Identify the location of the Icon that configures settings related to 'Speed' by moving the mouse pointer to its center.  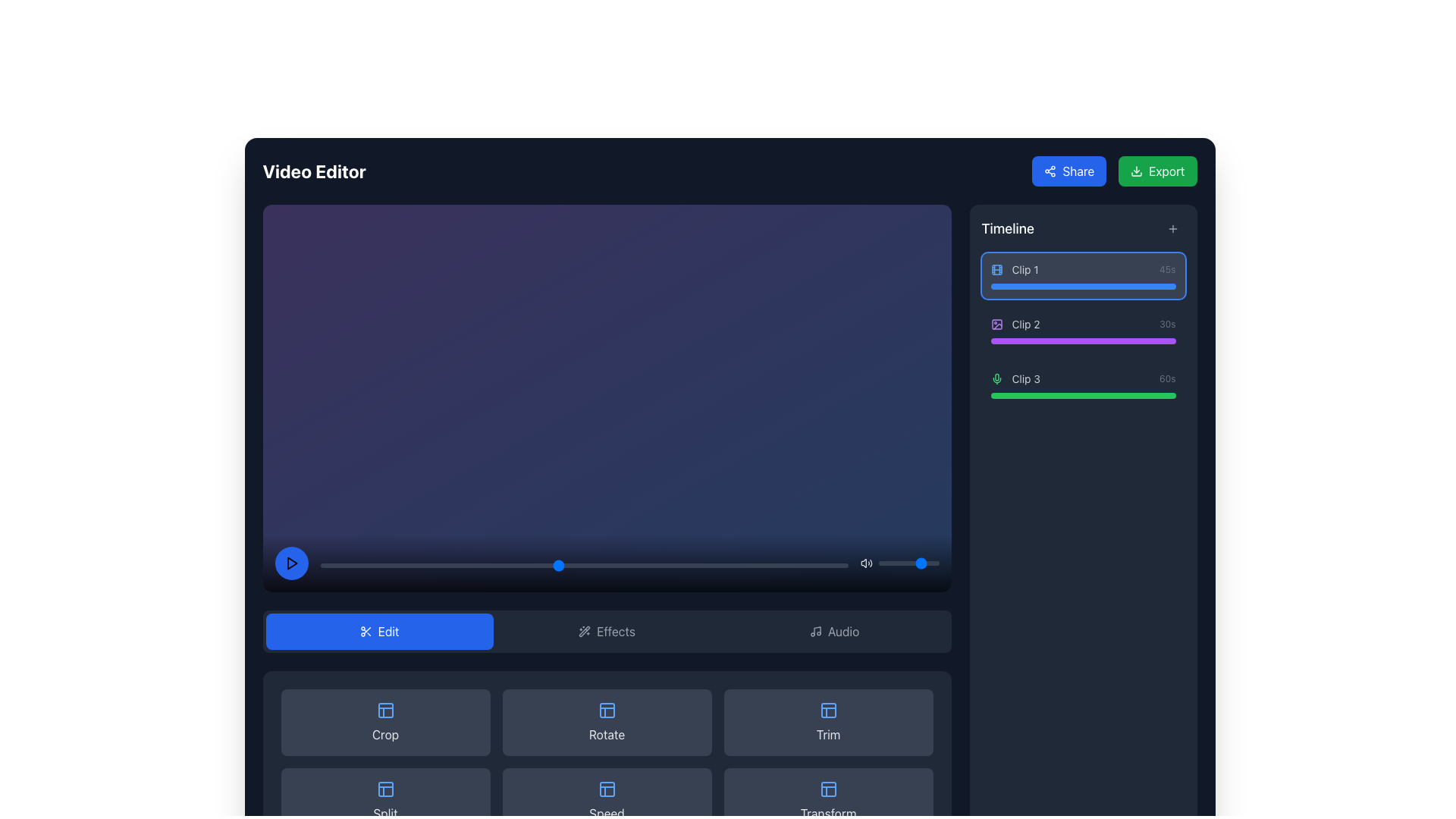
(607, 788).